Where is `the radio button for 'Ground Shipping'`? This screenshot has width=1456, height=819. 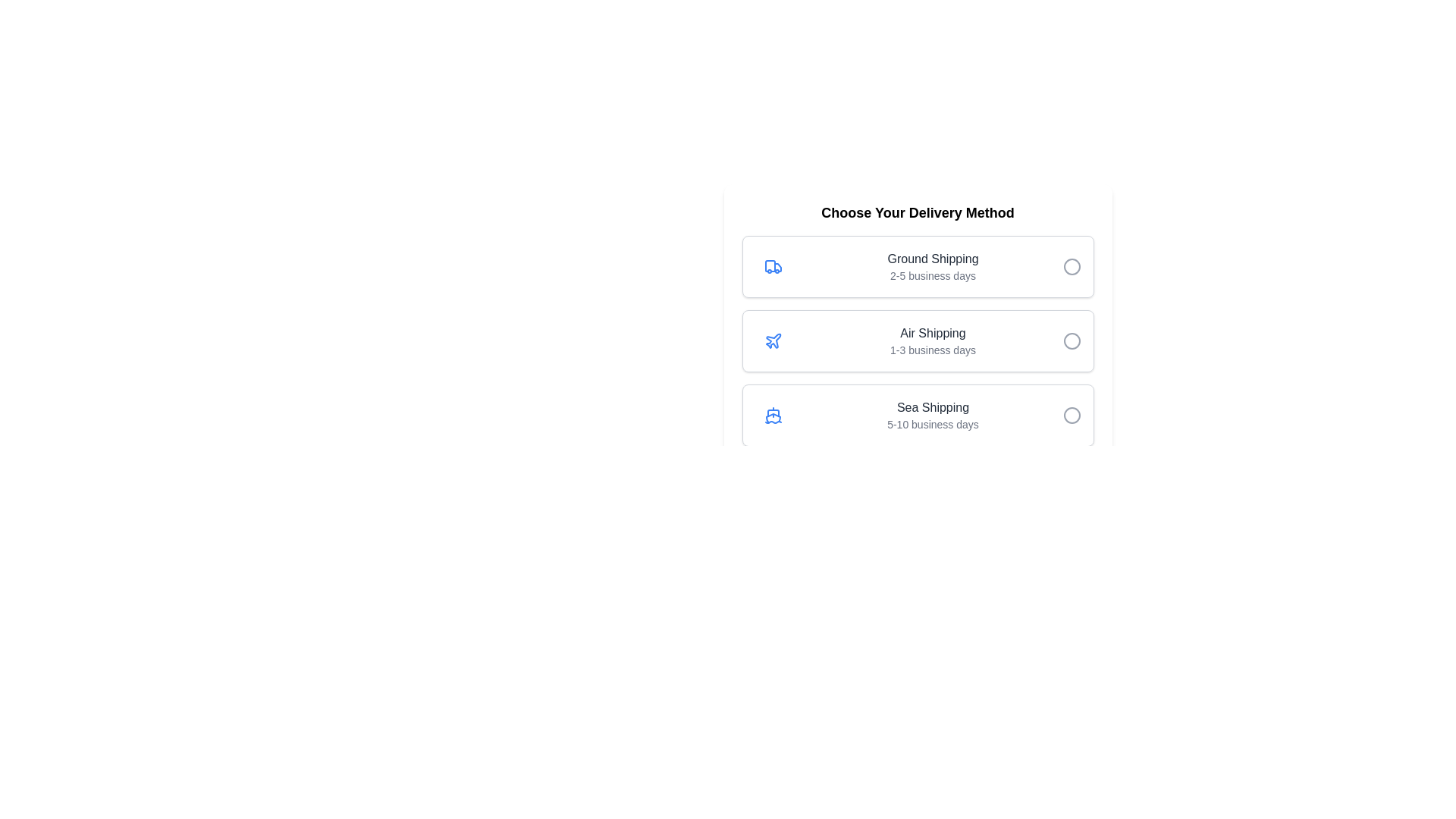
the radio button for 'Ground Shipping' is located at coordinates (1071, 265).